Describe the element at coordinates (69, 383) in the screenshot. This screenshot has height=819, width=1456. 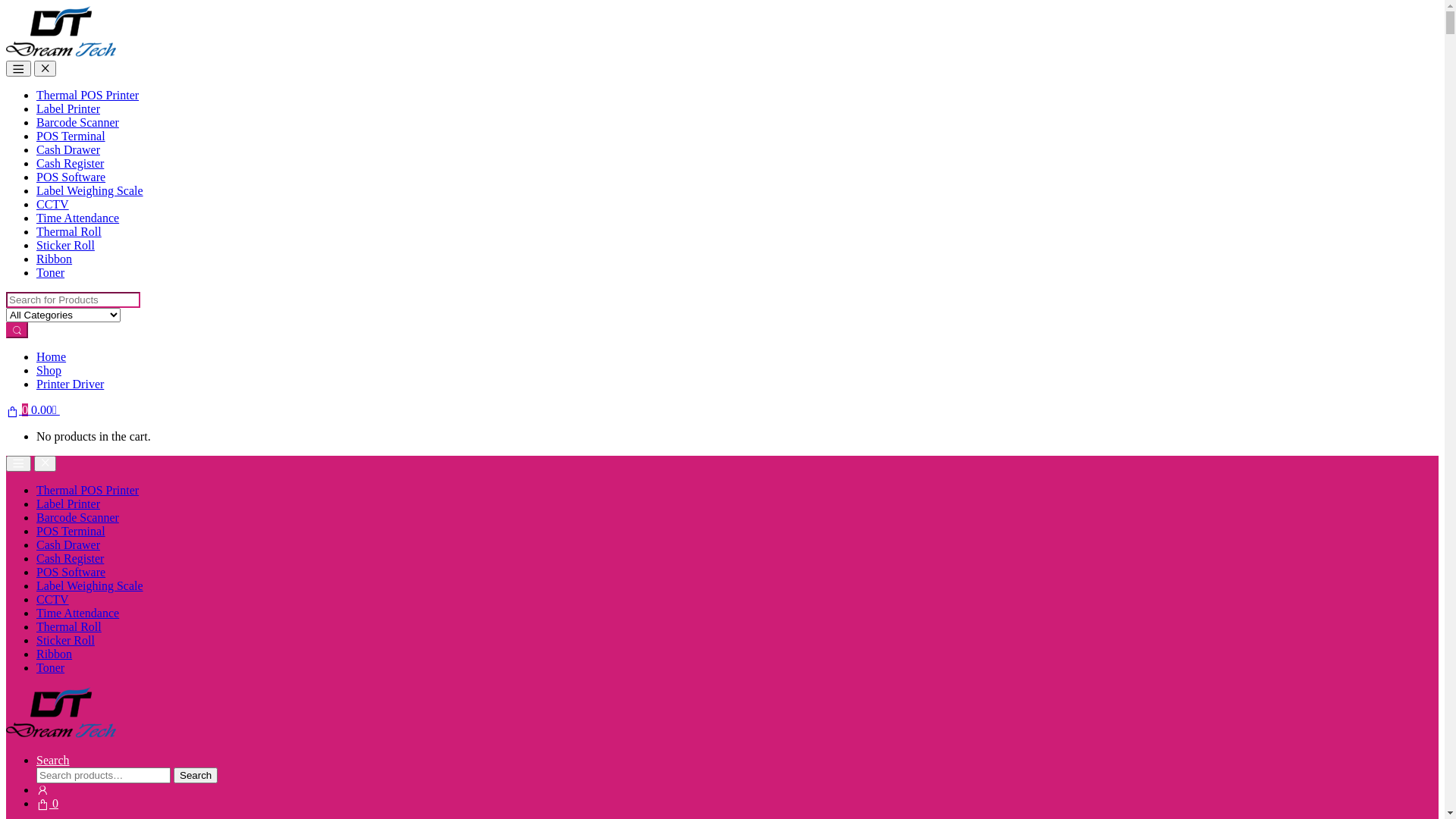
I see `'Printer Driver'` at that location.